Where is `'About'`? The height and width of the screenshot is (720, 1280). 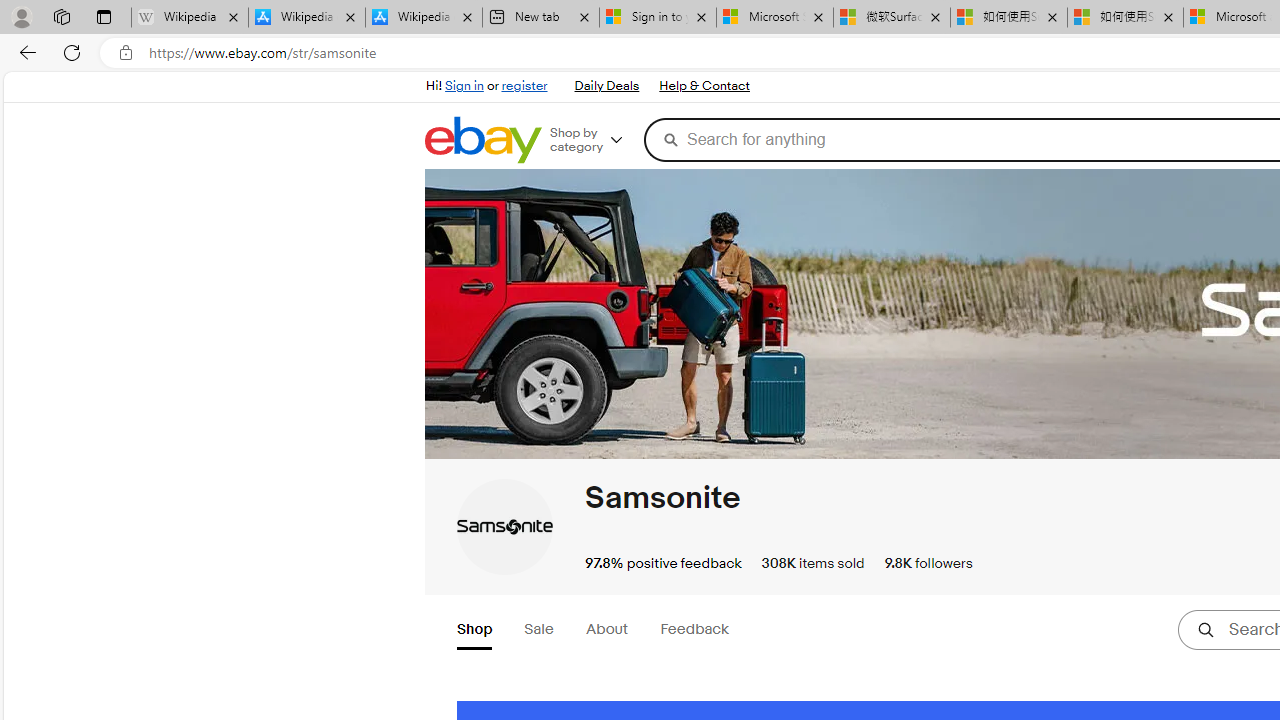
'About' is located at coordinates (605, 630).